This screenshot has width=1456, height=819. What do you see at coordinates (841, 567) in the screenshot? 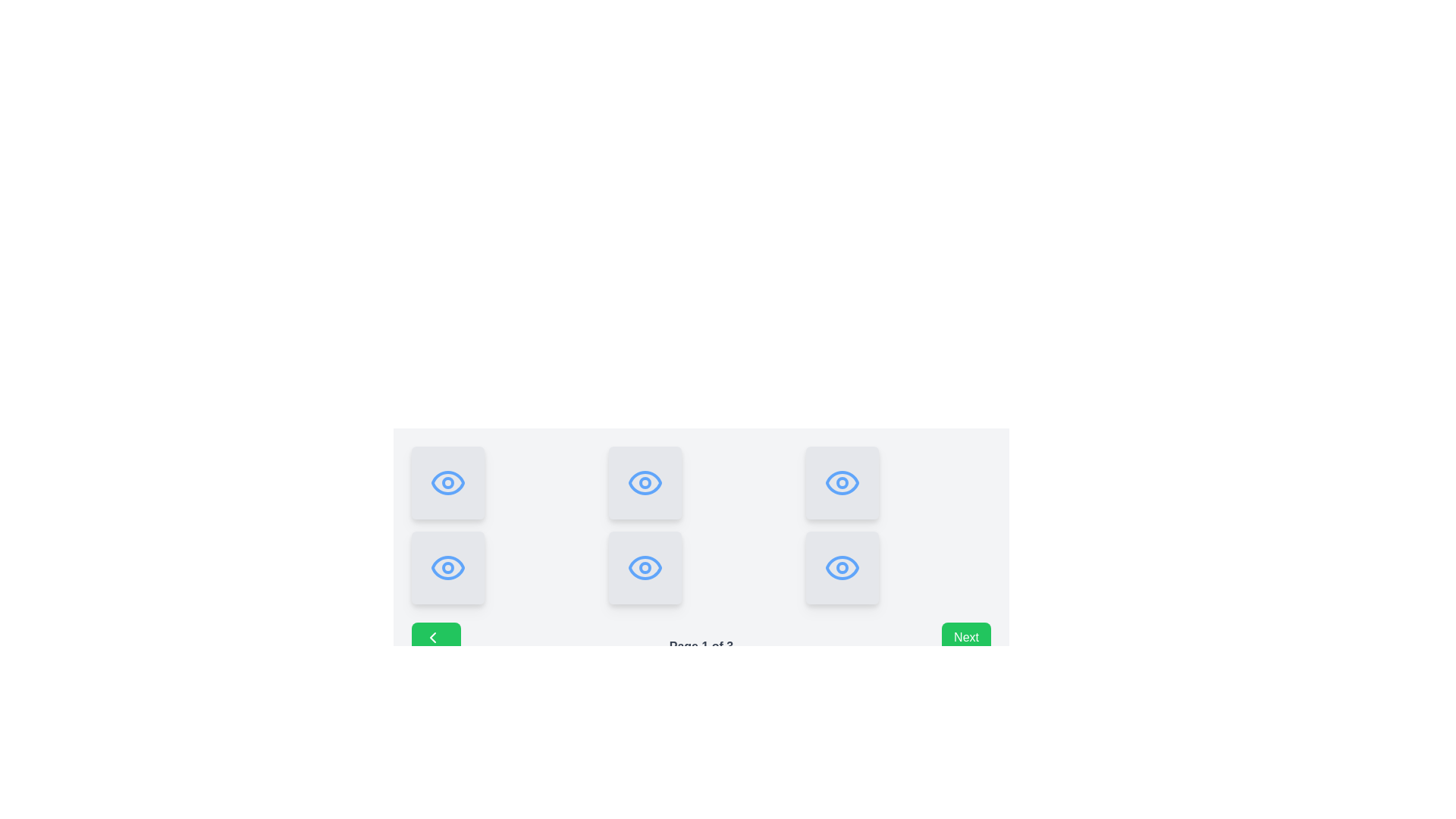
I see `the larger elliptical outline section of the eye icon, which has a blue outline and is located in the bottom-right tile of a 2x3 grid` at bounding box center [841, 567].